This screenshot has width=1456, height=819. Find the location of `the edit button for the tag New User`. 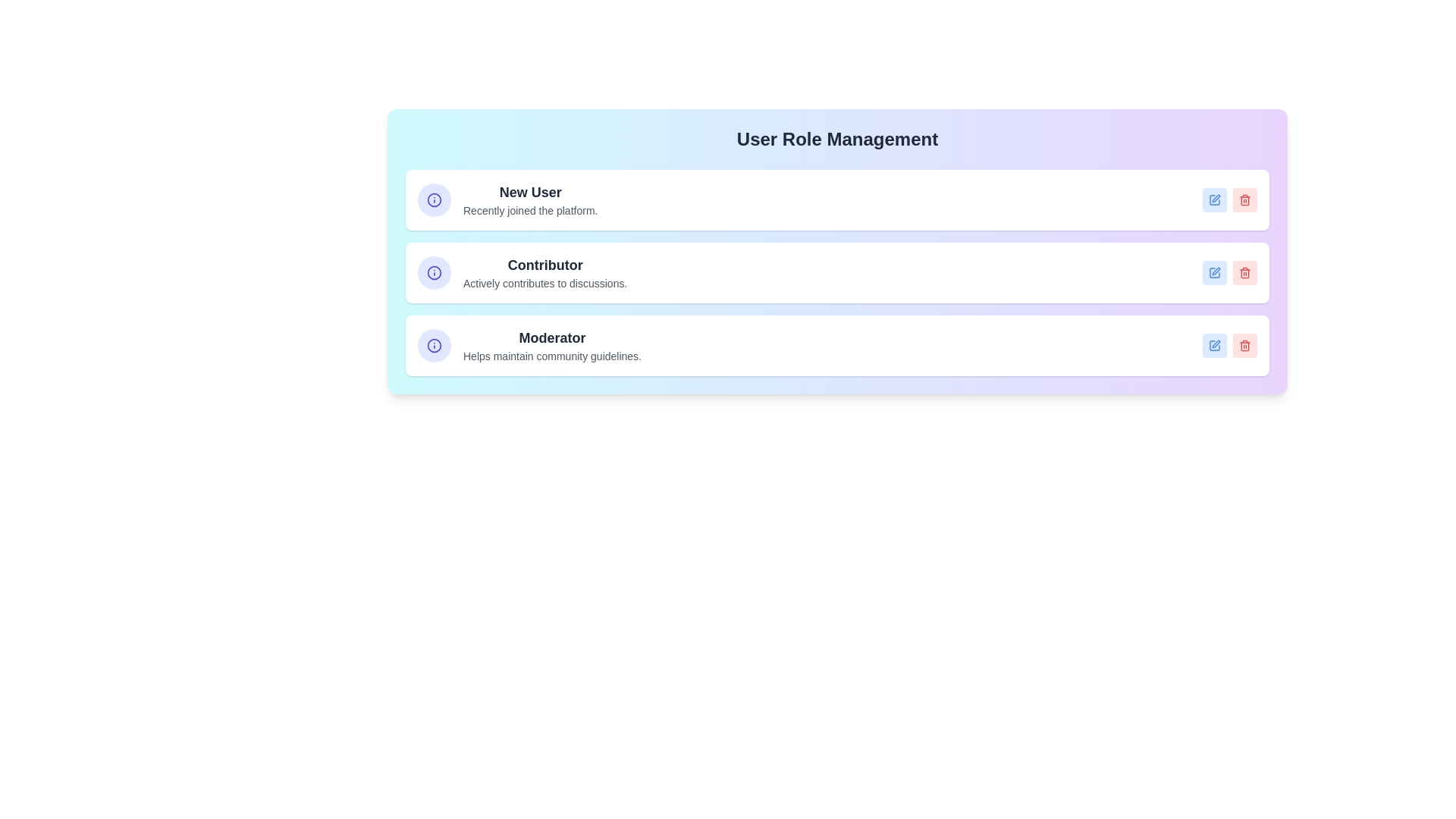

the edit button for the tag New User is located at coordinates (1215, 199).